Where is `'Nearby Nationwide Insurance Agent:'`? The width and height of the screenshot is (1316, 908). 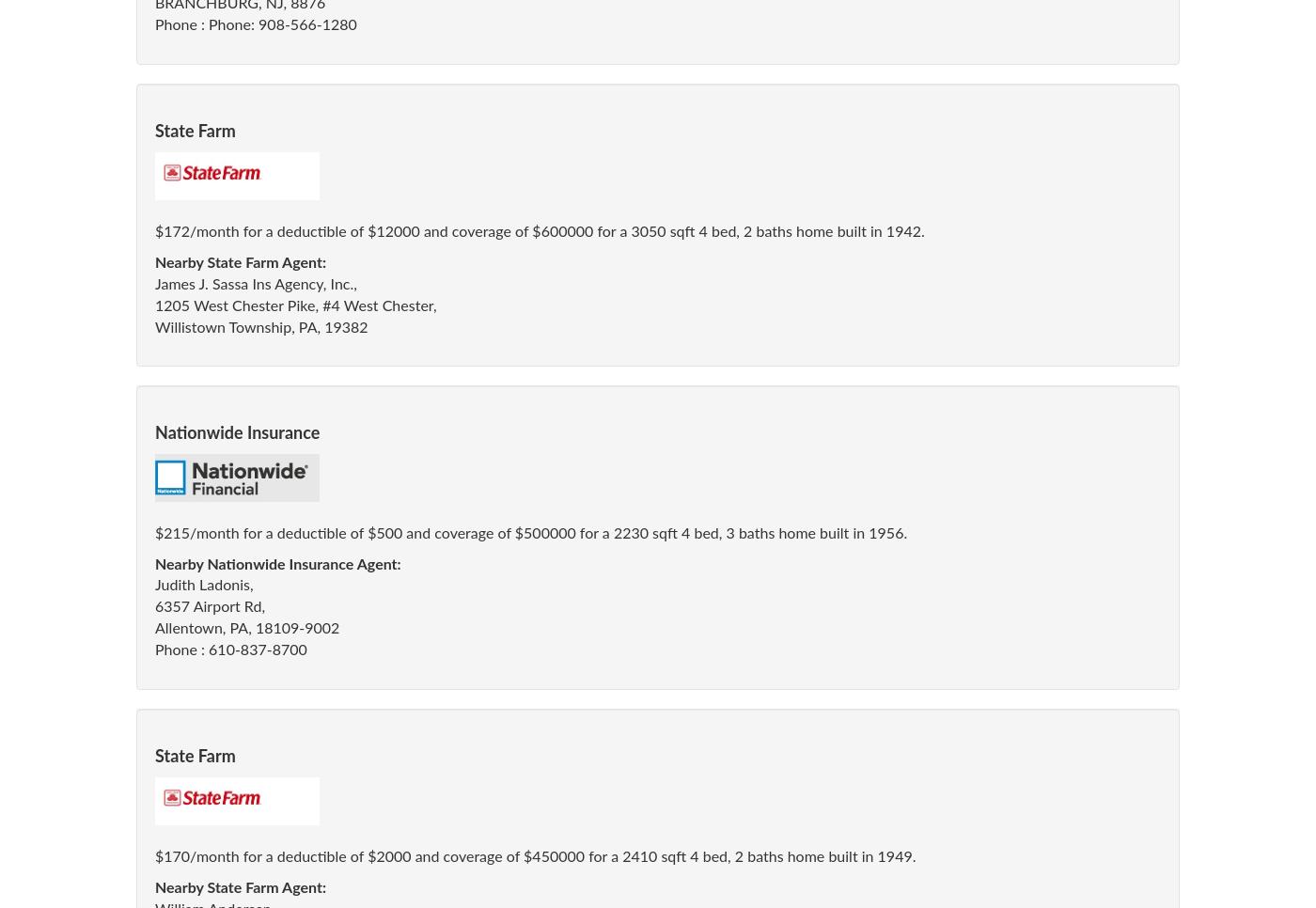
'Nearby Nationwide Insurance Agent:' is located at coordinates (277, 563).